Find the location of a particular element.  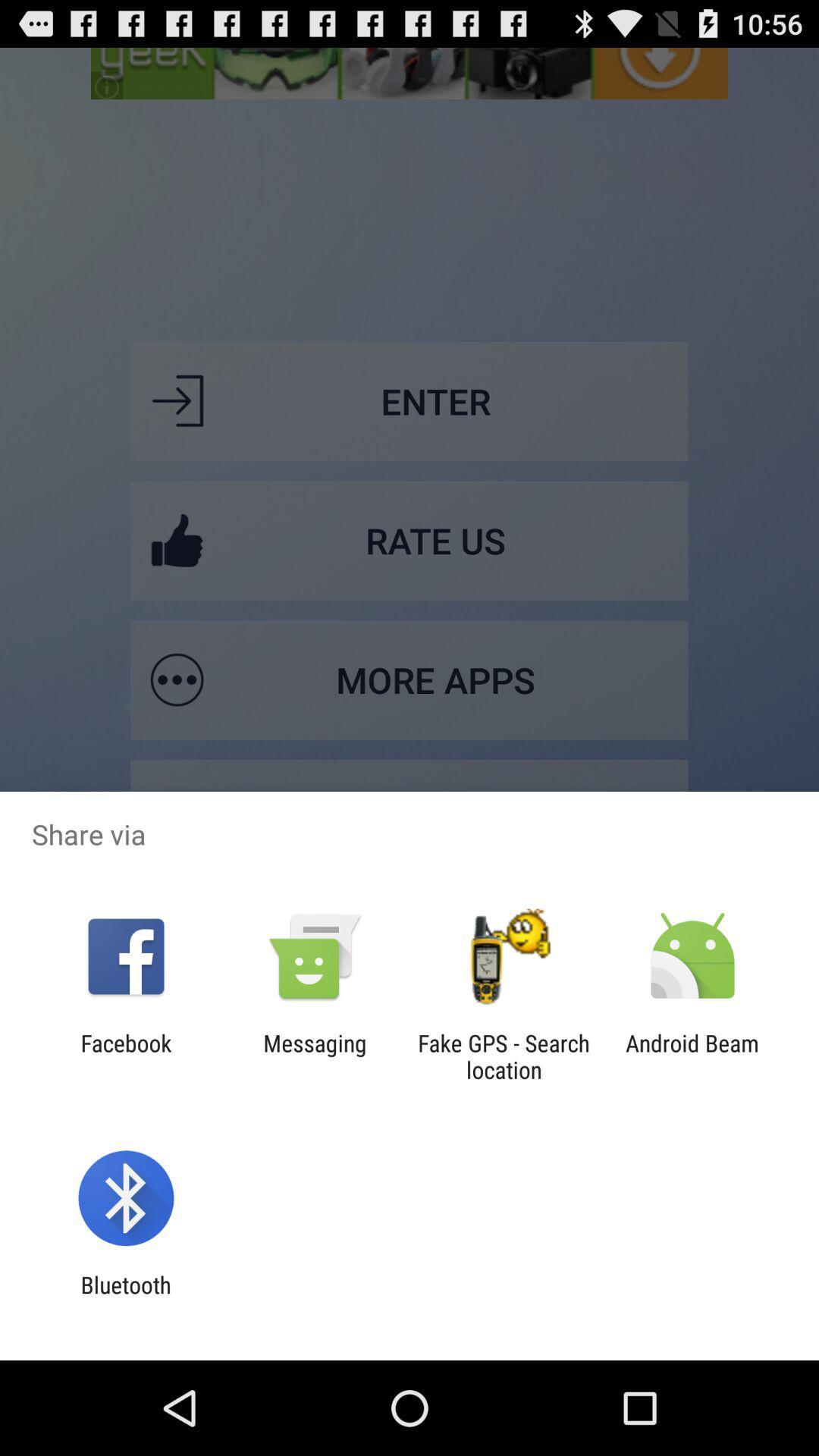

item to the right of fake gps search icon is located at coordinates (692, 1056).